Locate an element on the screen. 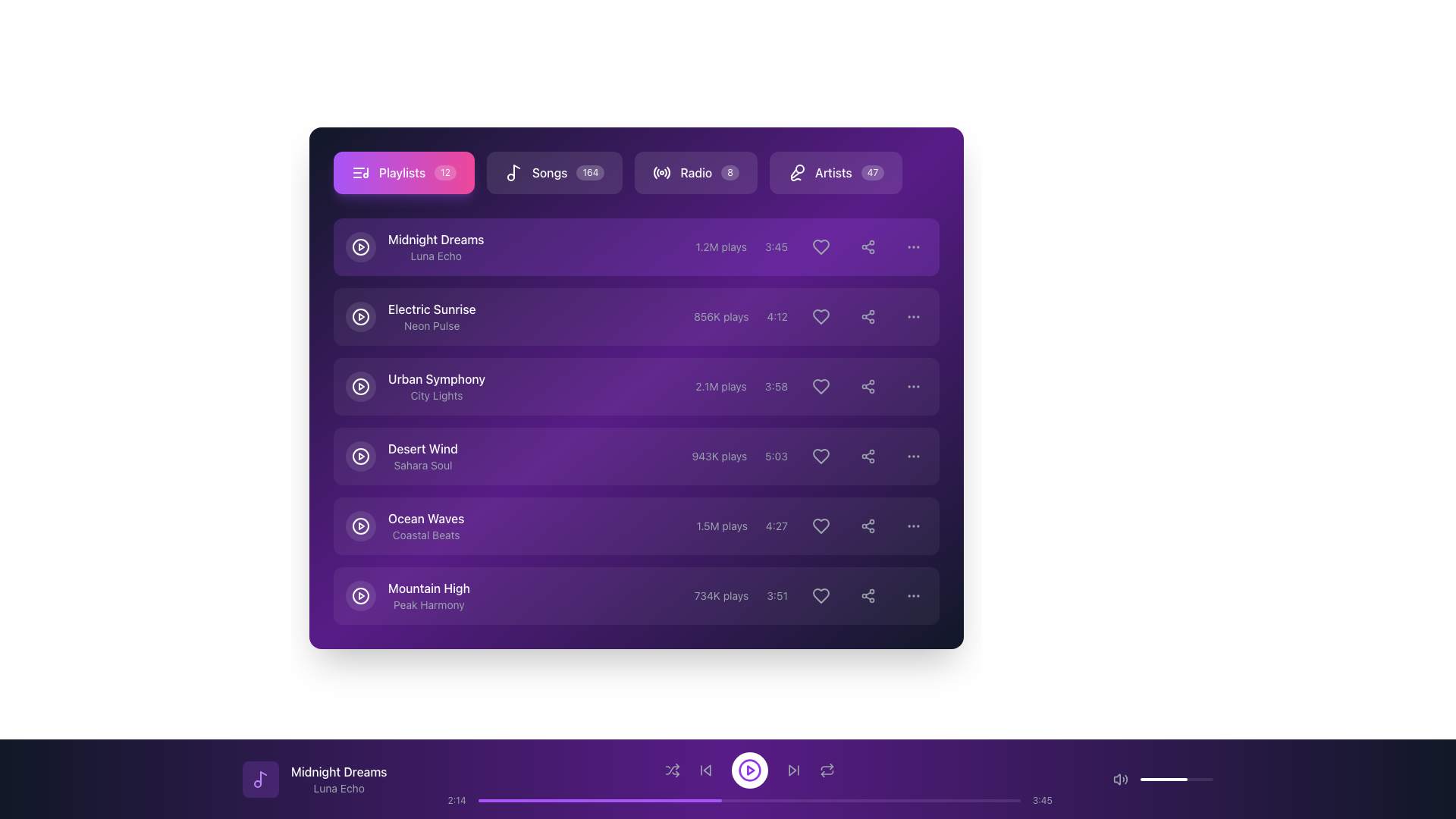 The image size is (1456, 819). title of the music track displayed in the text label, which is part of the last entry in the playlist on the right-hand side of the card UI component is located at coordinates (428, 587).